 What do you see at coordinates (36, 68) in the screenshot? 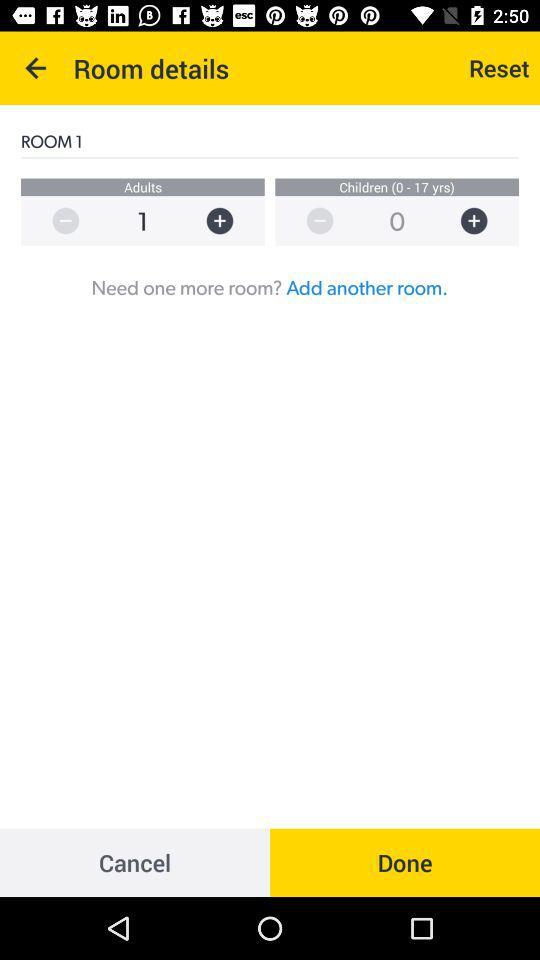
I see `the icon above the room 1 item` at bounding box center [36, 68].